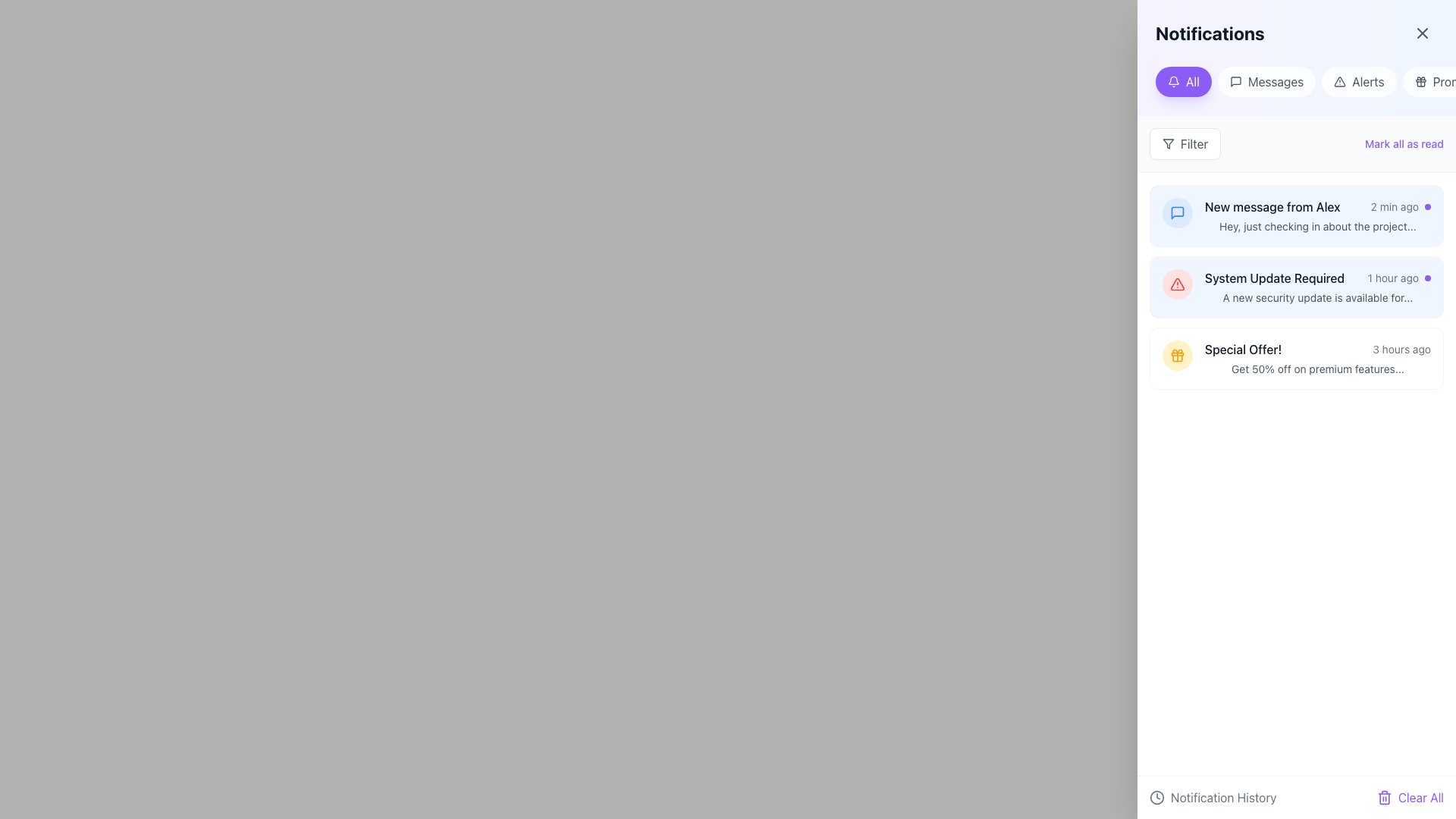 The image size is (1456, 819). What do you see at coordinates (1173, 82) in the screenshot?
I see `the bell-shaped notification icon located at the leftmost position of the 'All' button in the top-left region of the interface` at bounding box center [1173, 82].